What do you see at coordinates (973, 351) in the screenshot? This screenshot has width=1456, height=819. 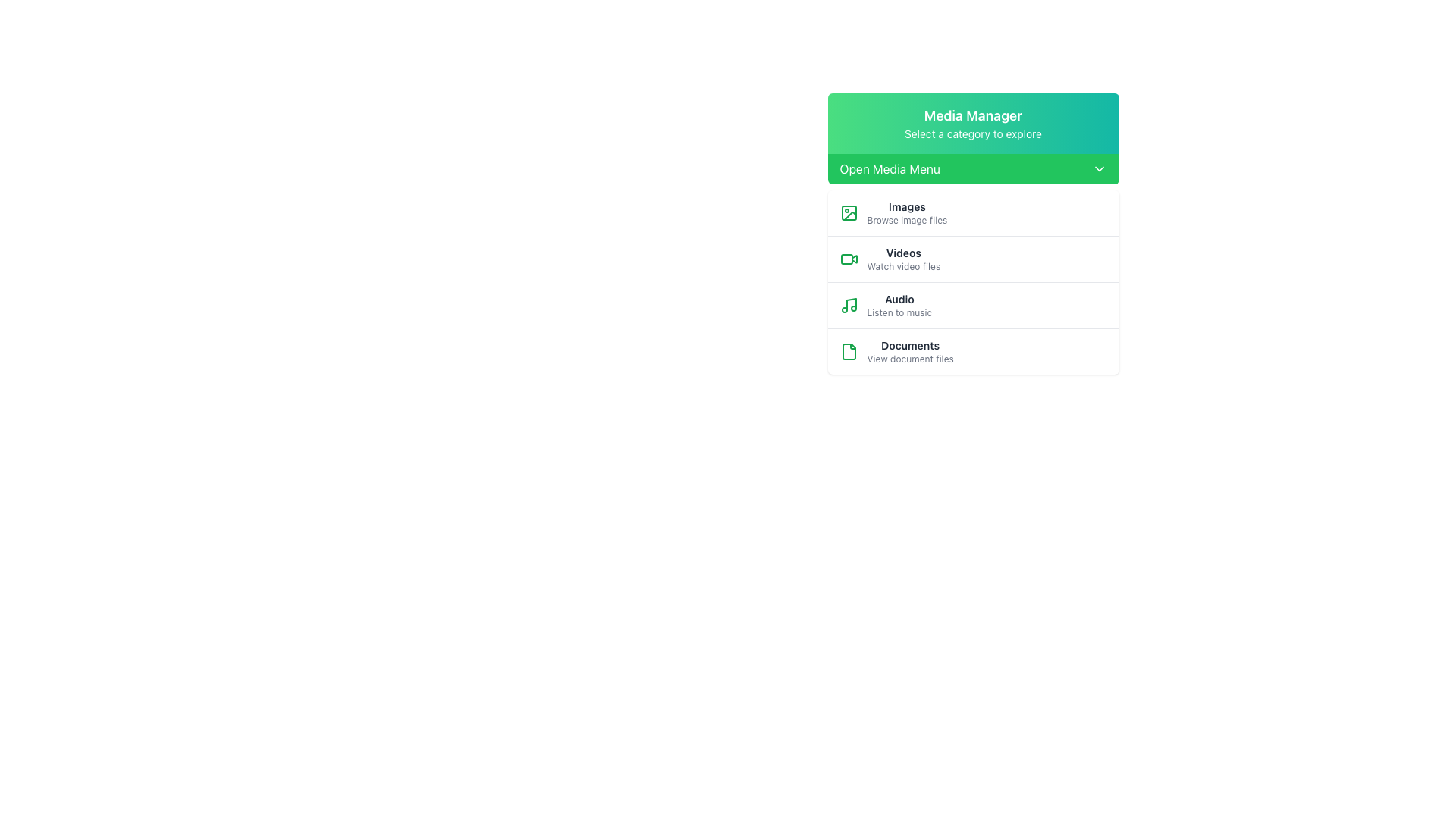 I see `the fourth entry in the vertical list titled 'Media Manager' to observe visual feedback` at bounding box center [973, 351].